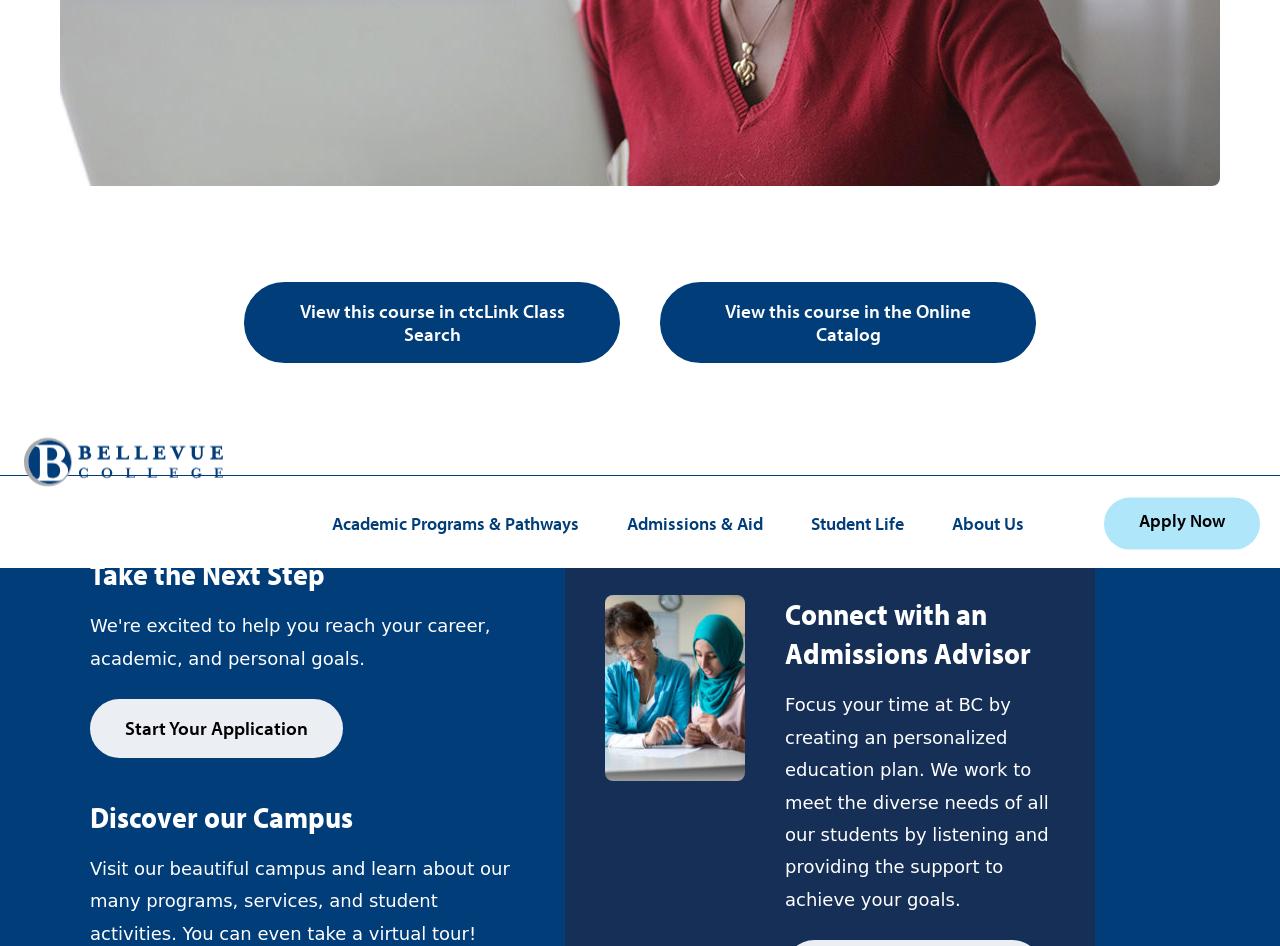  I want to click on 'Privacy Notice', so click(572, 344).